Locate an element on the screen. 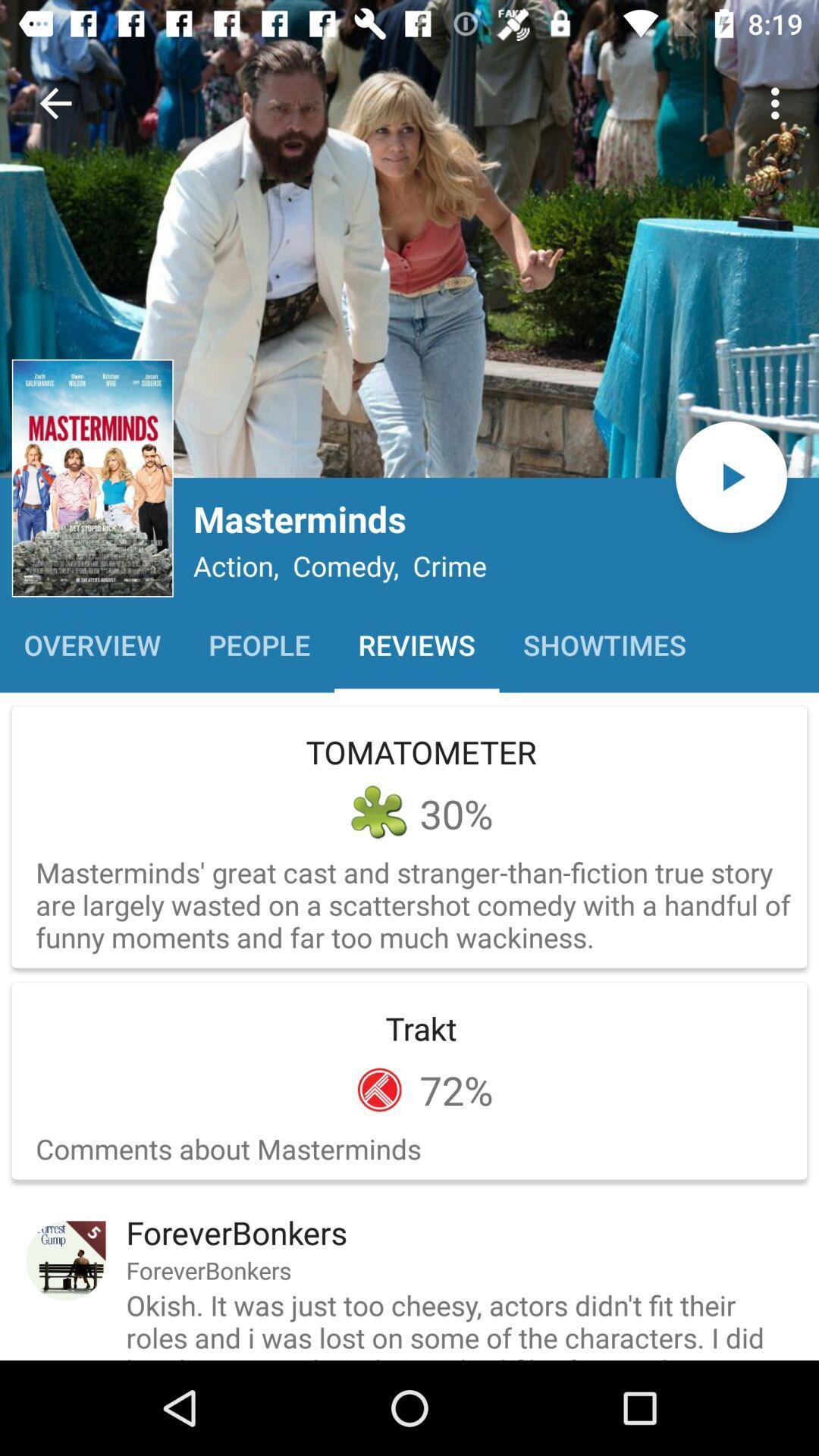  enlarge image is located at coordinates (409, 238).